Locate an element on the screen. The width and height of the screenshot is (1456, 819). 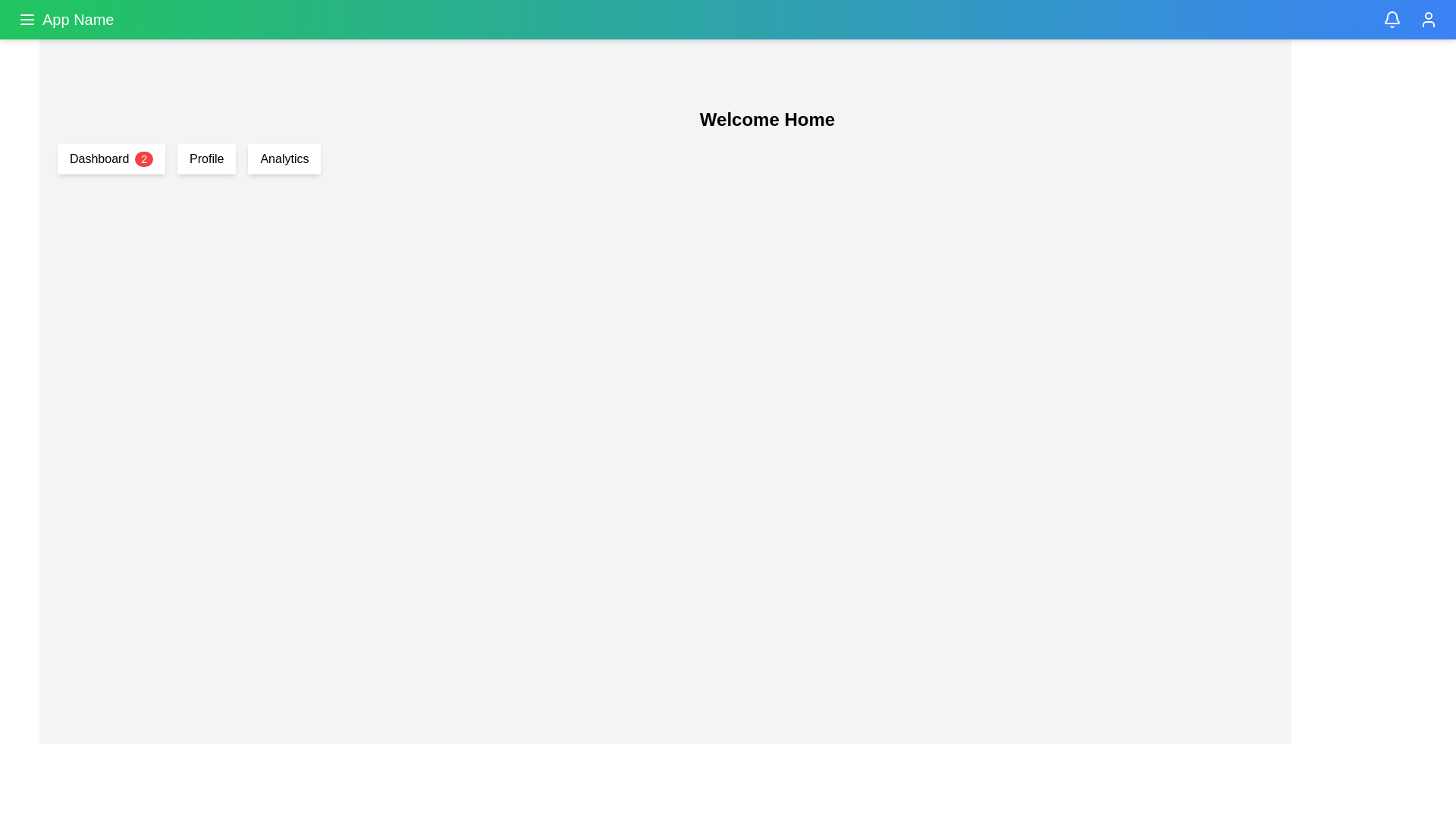
the 'Dashboard' button-like navigation element with a badge is located at coordinates (111, 158).